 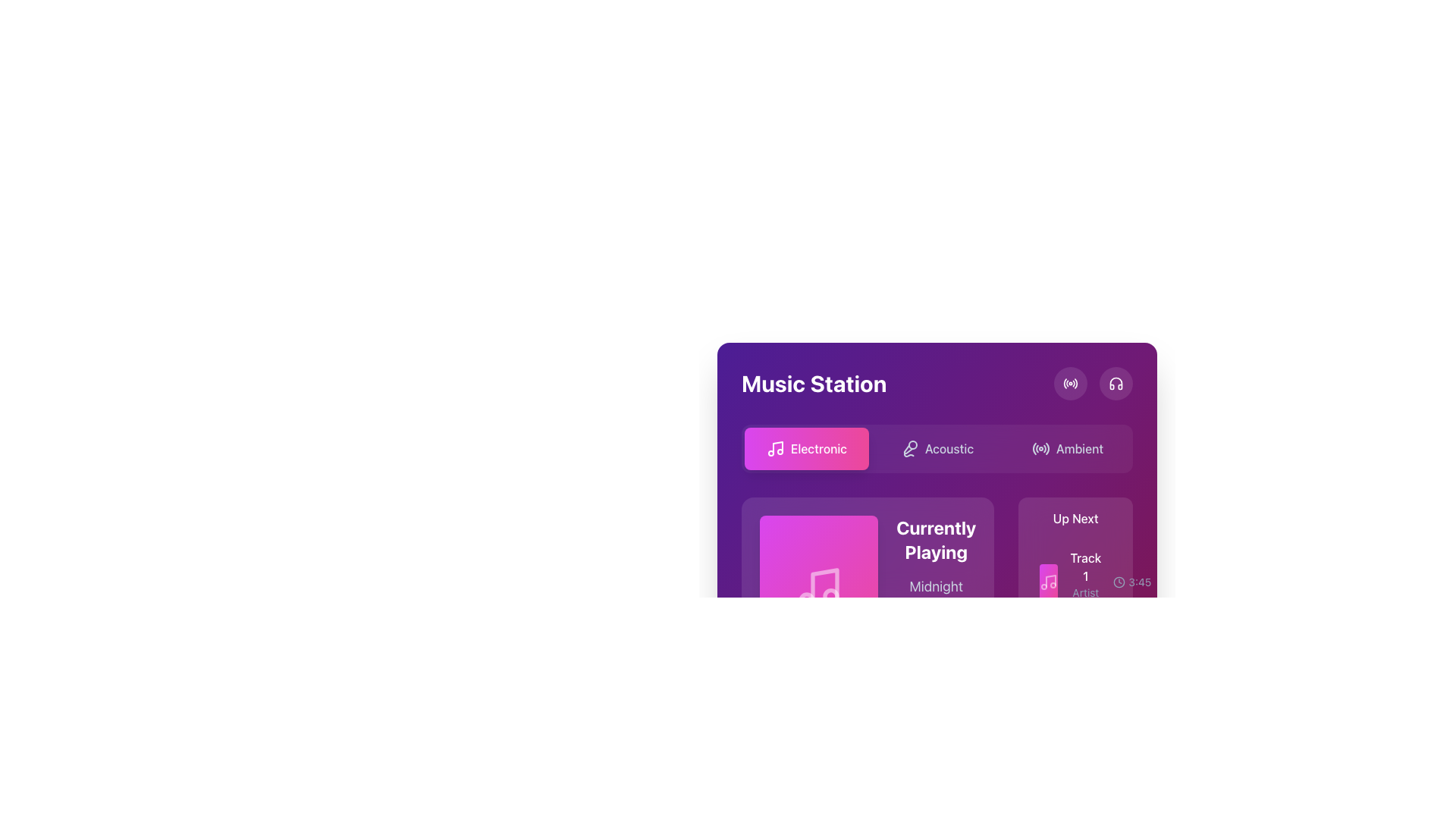 I want to click on the music track icon for 'Track 1' by 'Artist 1', which is positioned on the left side of the list item, so click(x=1048, y=581).